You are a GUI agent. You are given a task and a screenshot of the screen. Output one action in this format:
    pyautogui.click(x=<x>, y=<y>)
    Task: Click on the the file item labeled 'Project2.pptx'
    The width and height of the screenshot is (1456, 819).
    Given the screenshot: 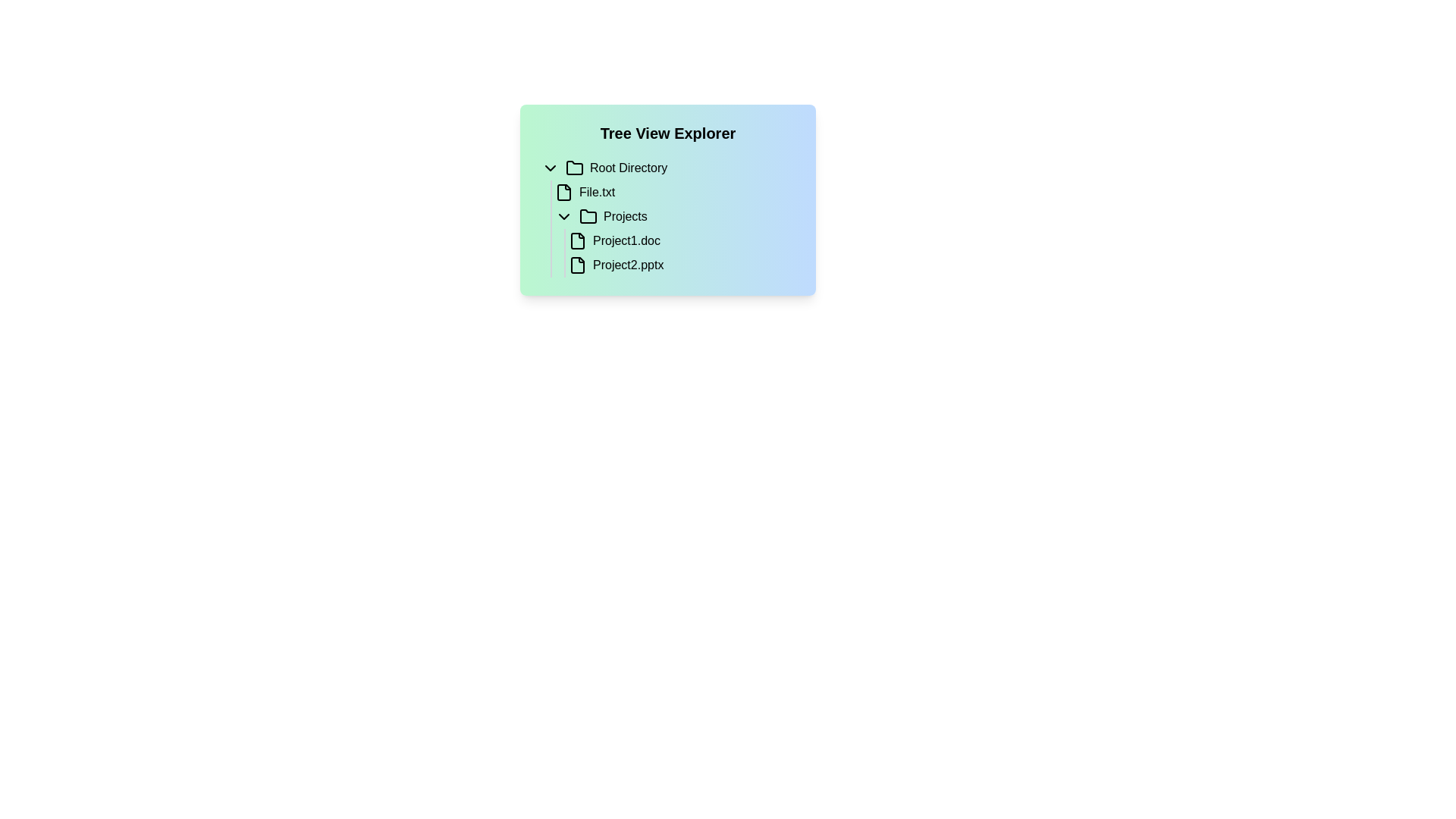 What is the action you would take?
    pyautogui.click(x=680, y=265)
    